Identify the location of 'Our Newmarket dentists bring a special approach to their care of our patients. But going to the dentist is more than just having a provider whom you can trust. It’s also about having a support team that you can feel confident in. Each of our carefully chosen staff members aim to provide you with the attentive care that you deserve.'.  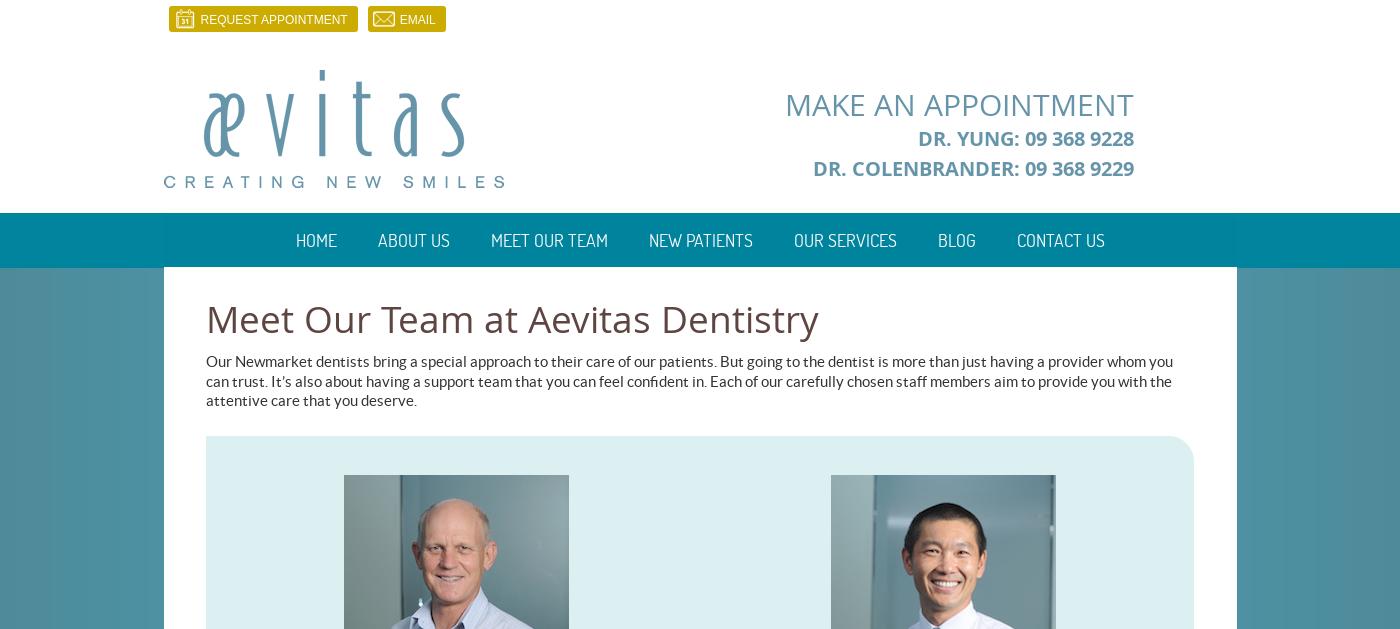
(689, 380).